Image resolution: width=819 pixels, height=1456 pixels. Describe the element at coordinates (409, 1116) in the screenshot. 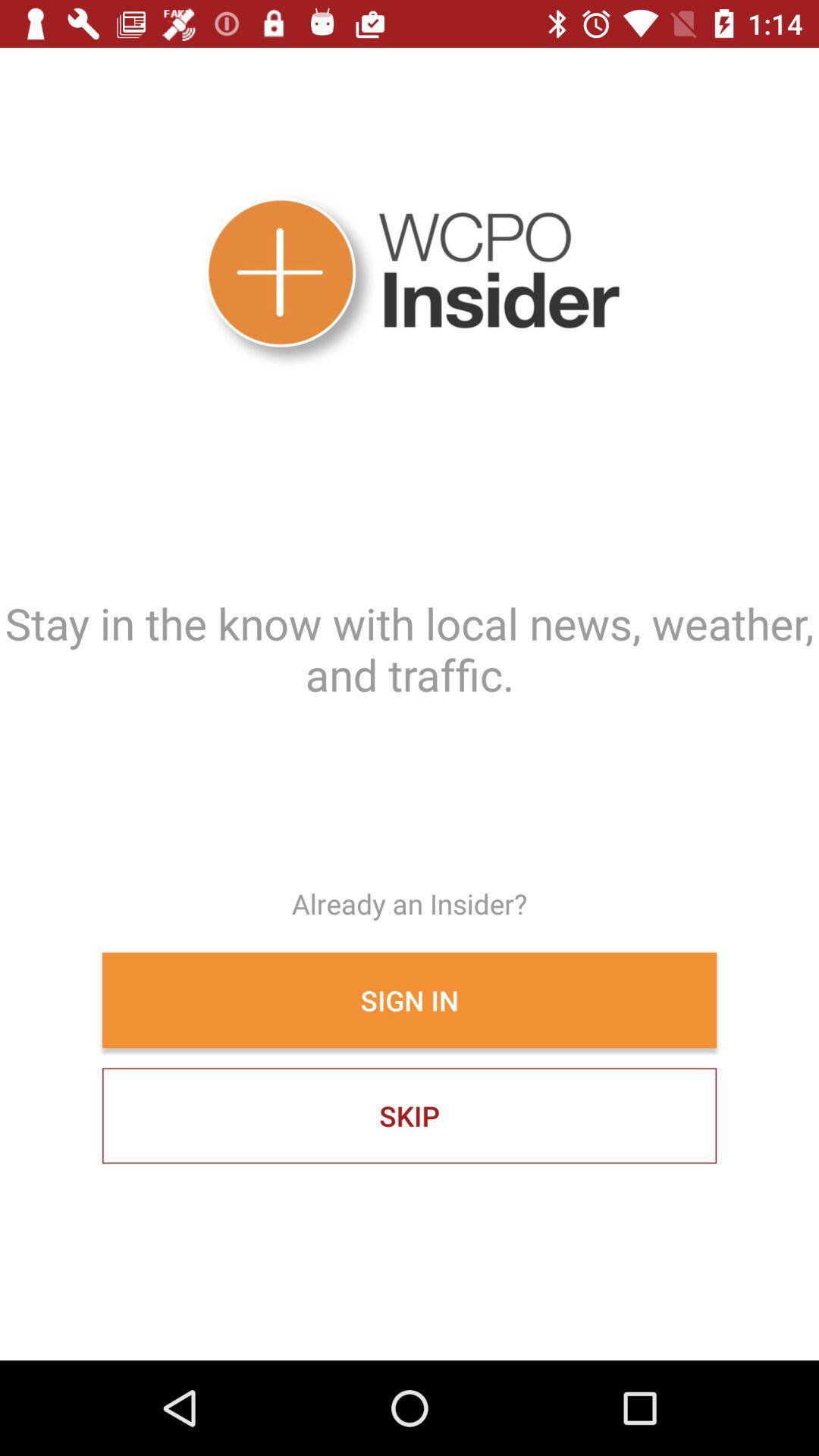

I see `skip item` at that location.